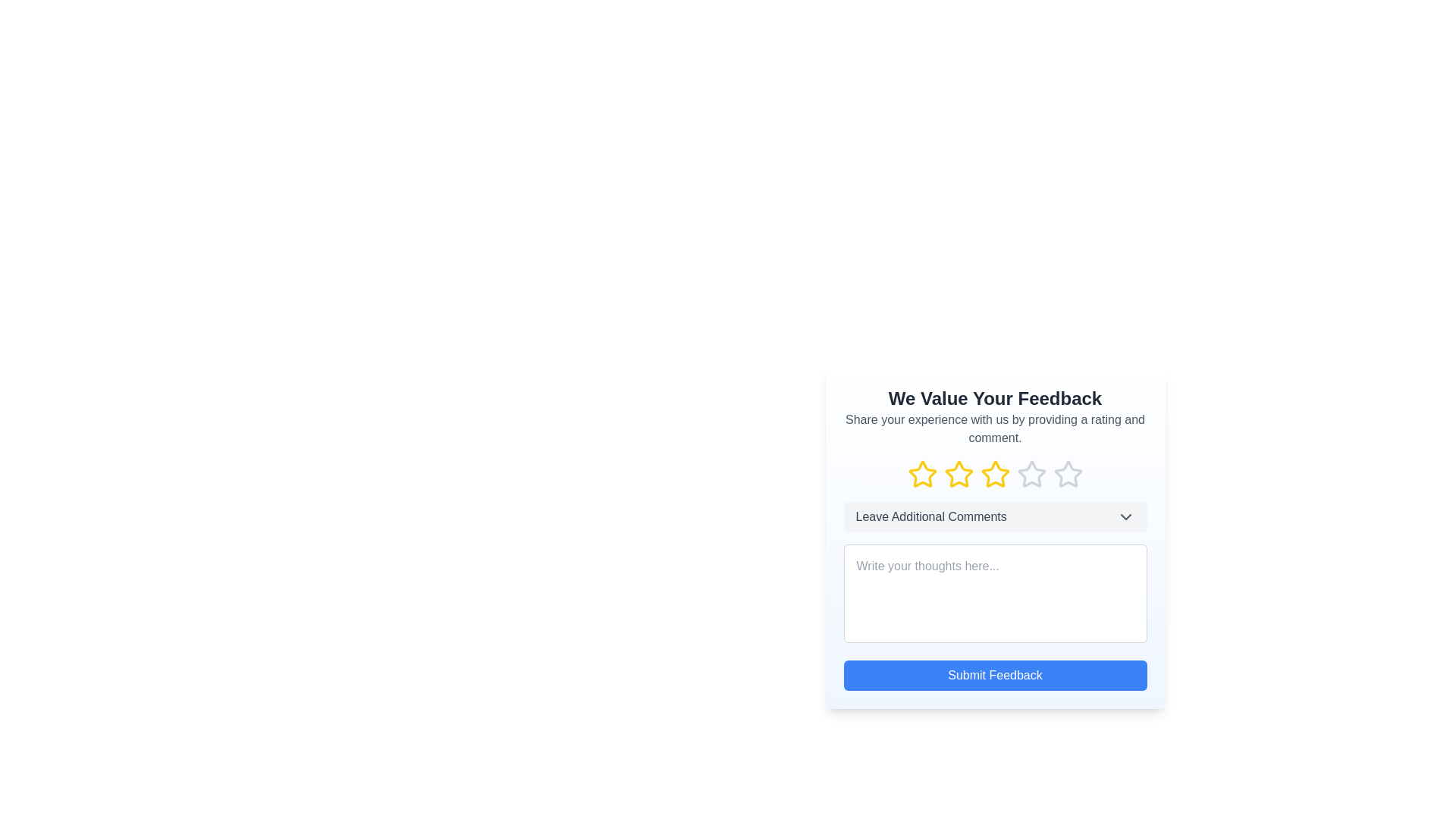 This screenshot has height=819, width=1456. I want to click on the third star icon in the 5-star rating system, so click(958, 473).